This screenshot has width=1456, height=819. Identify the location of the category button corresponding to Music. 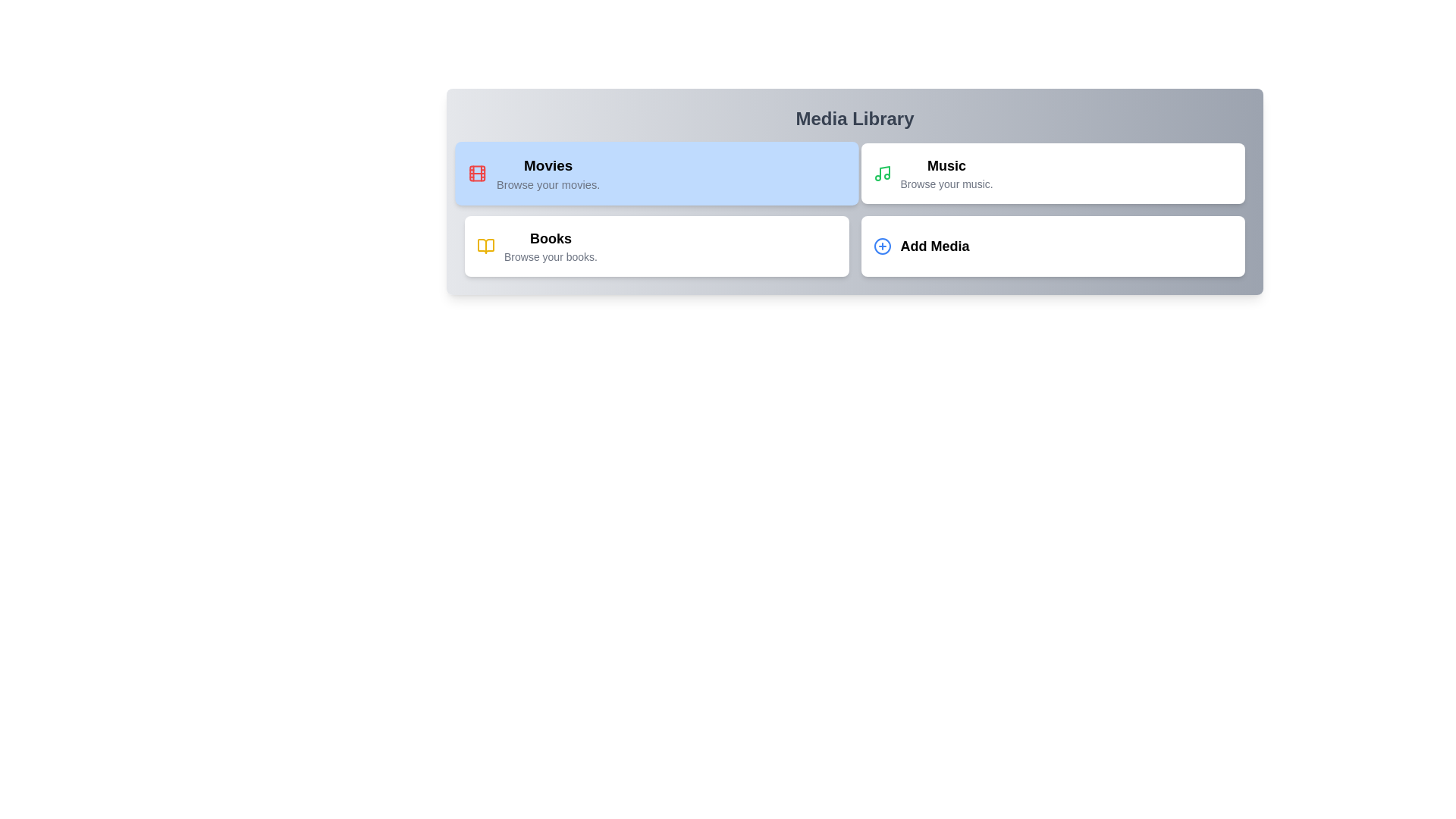
(1051, 172).